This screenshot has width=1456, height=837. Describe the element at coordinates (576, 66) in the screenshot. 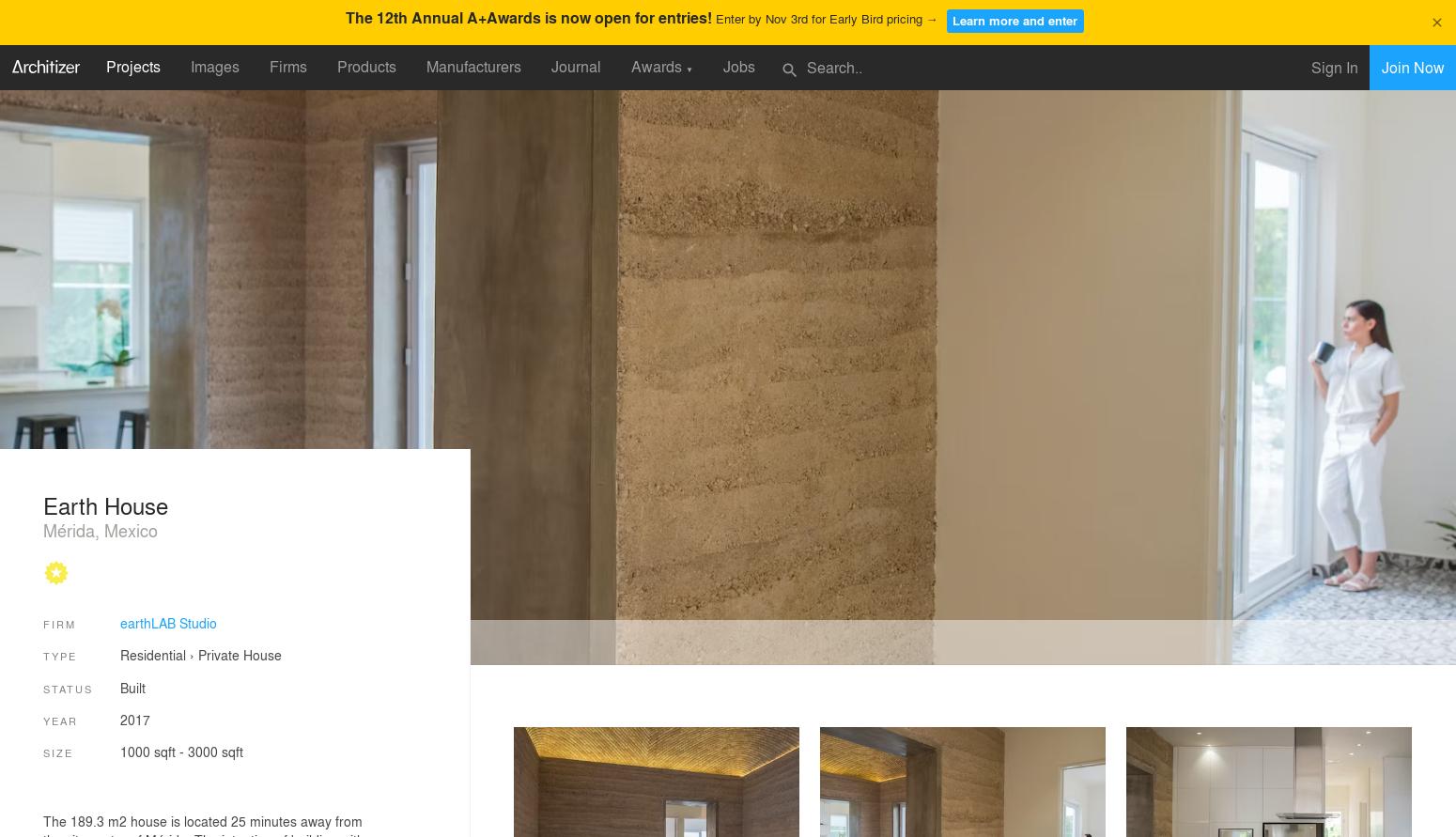

I see `'Journal'` at that location.